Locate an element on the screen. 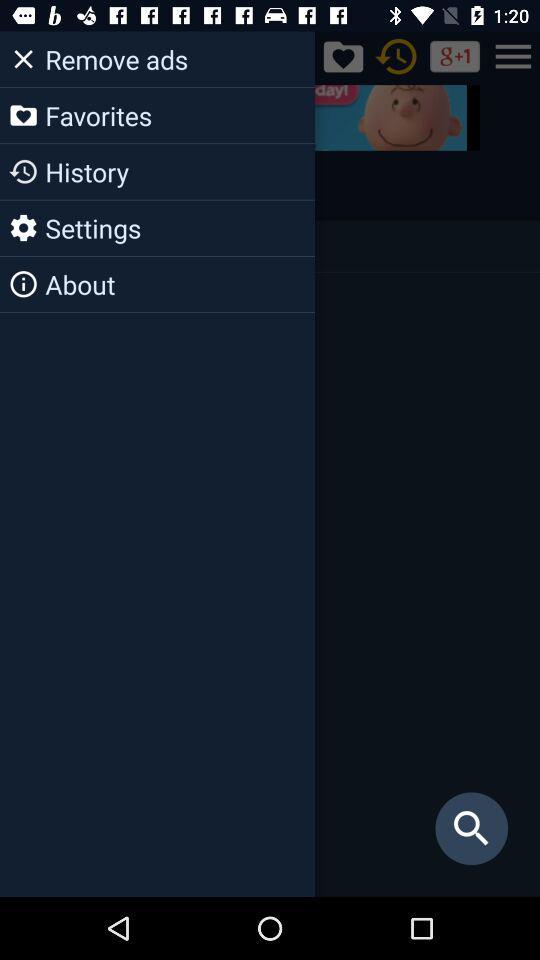 Image resolution: width=540 pixels, height=960 pixels. the menu icon is located at coordinates (513, 55).